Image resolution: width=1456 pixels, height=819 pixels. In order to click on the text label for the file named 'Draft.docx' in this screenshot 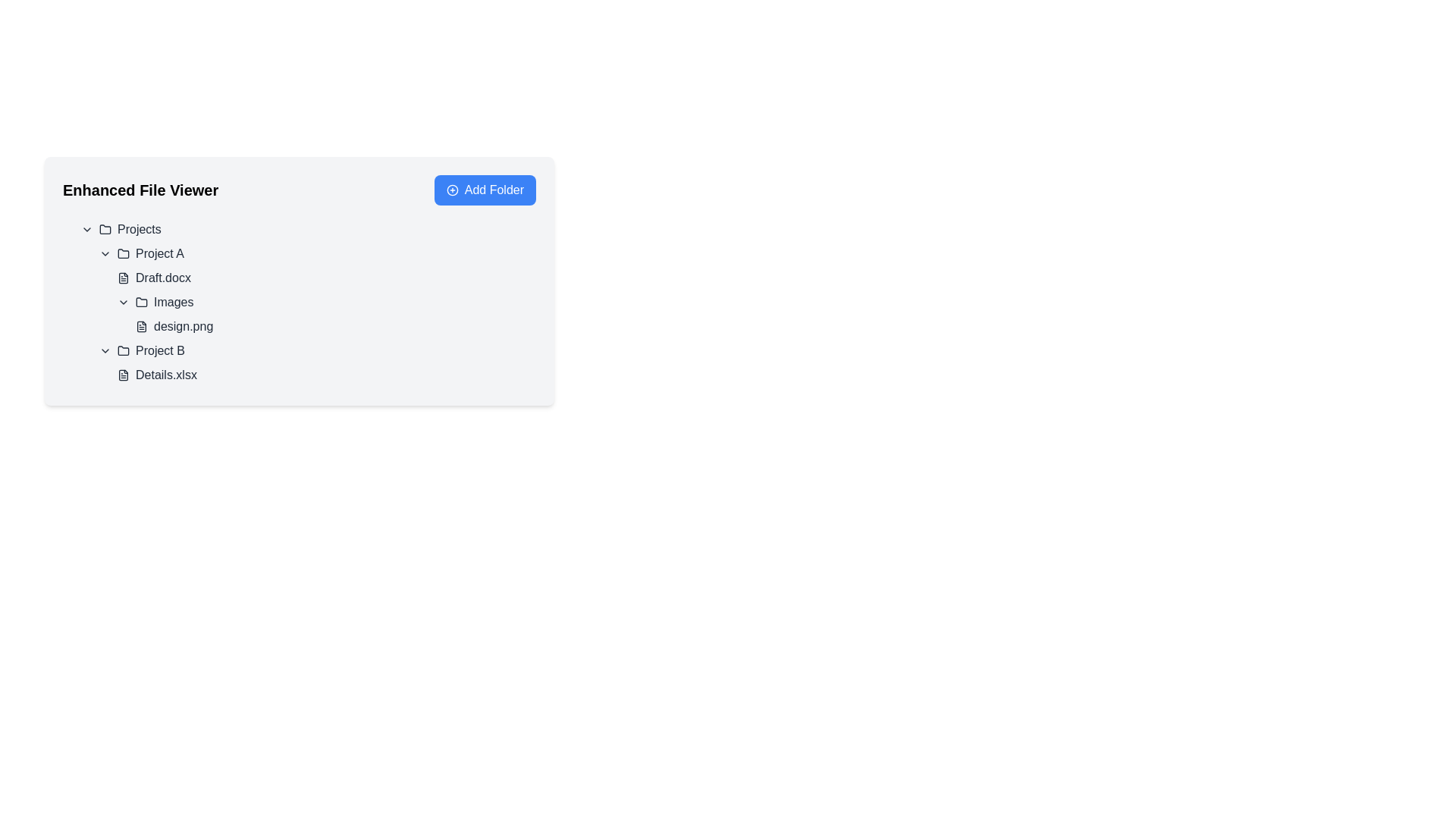, I will do `click(163, 278)`.